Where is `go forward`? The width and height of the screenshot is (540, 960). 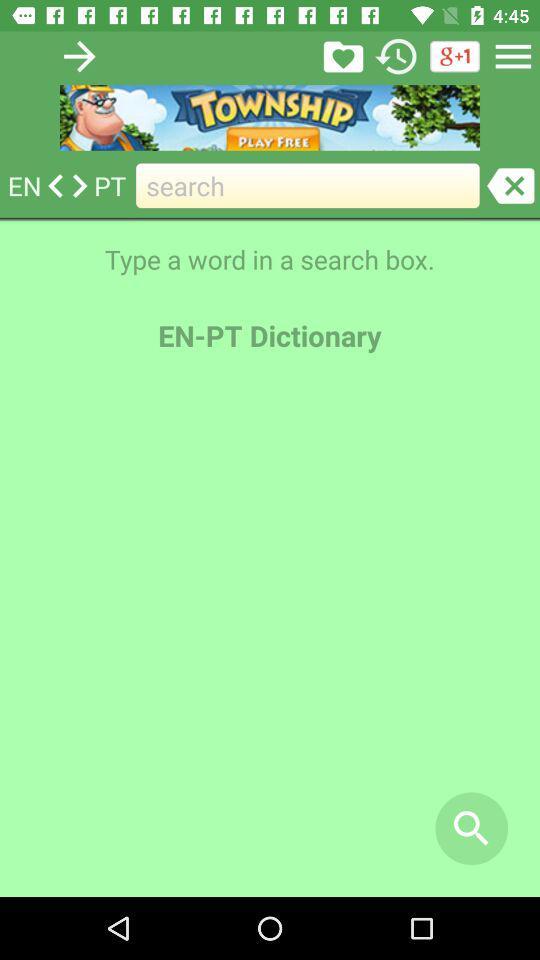 go forward is located at coordinates (78, 55).